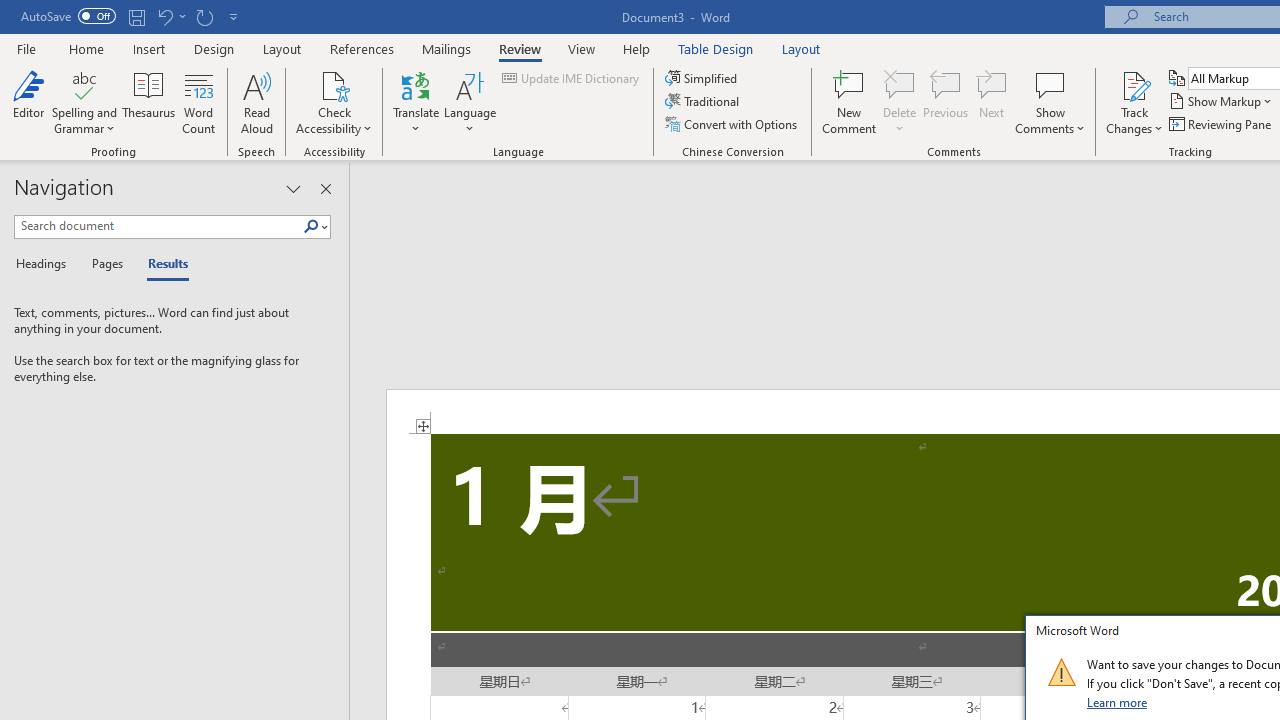 This screenshot has width=1280, height=720. Describe the element at coordinates (204, 16) in the screenshot. I see `'Repeat Doc Close'` at that location.